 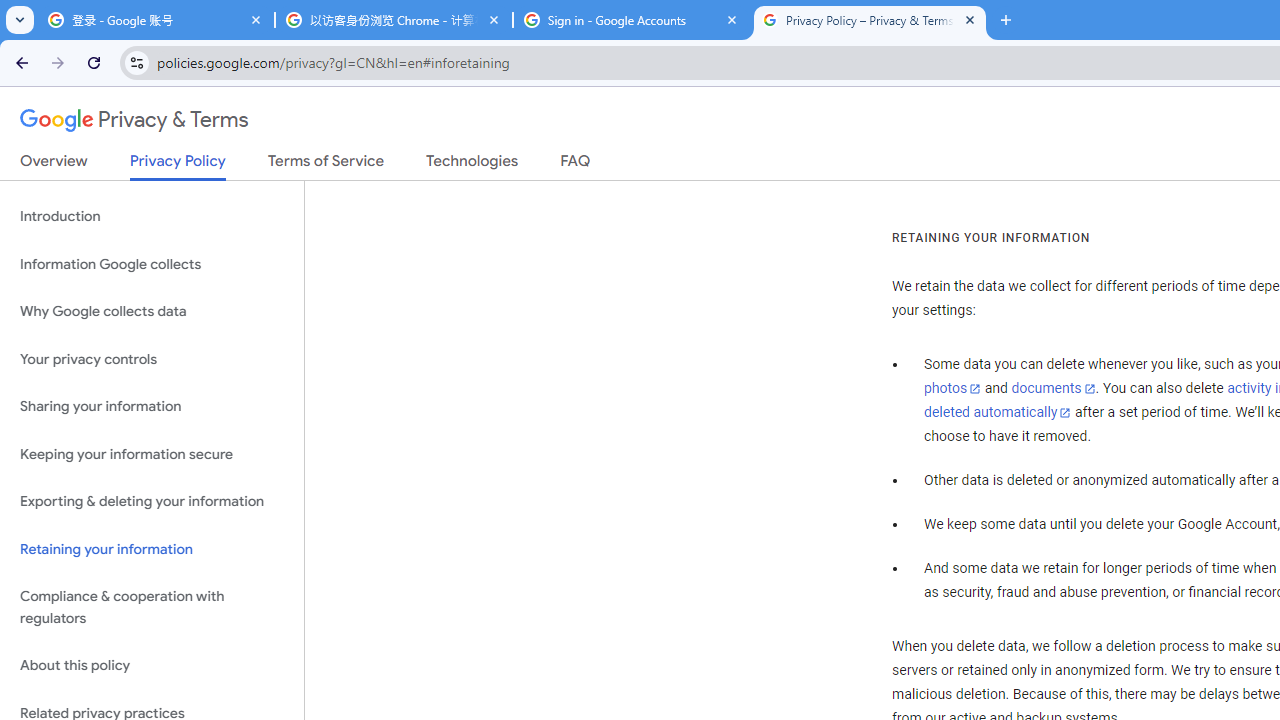 I want to click on 'Introduction', so click(x=151, y=217).